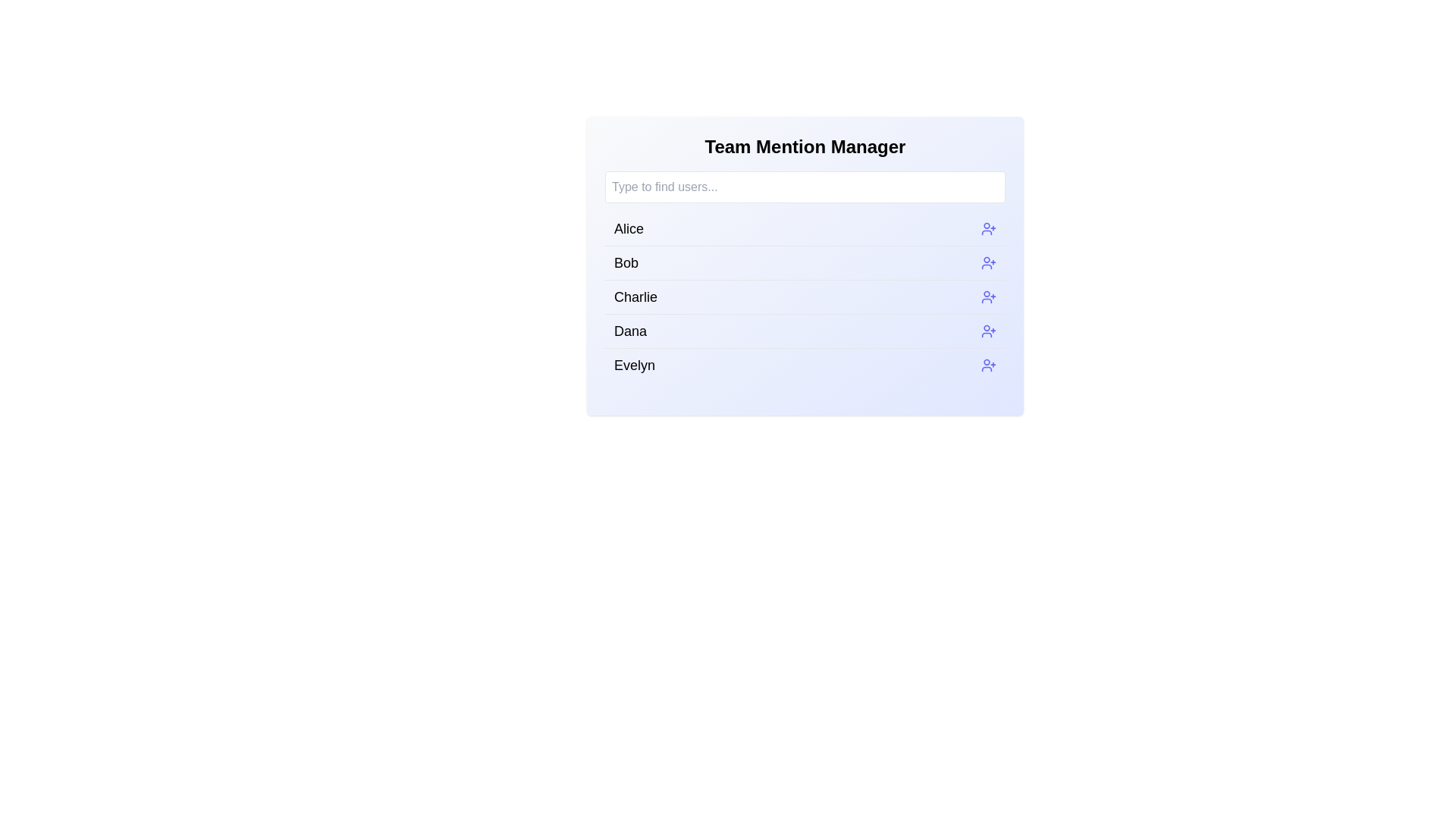 Image resolution: width=1456 pixels, height=819 pixels. Describe the element at coordinates (989, 366) in the screenshot. I see `the blue user icon with a plus sign located at the far right of the row labeled 'Evelyn'` at that location.